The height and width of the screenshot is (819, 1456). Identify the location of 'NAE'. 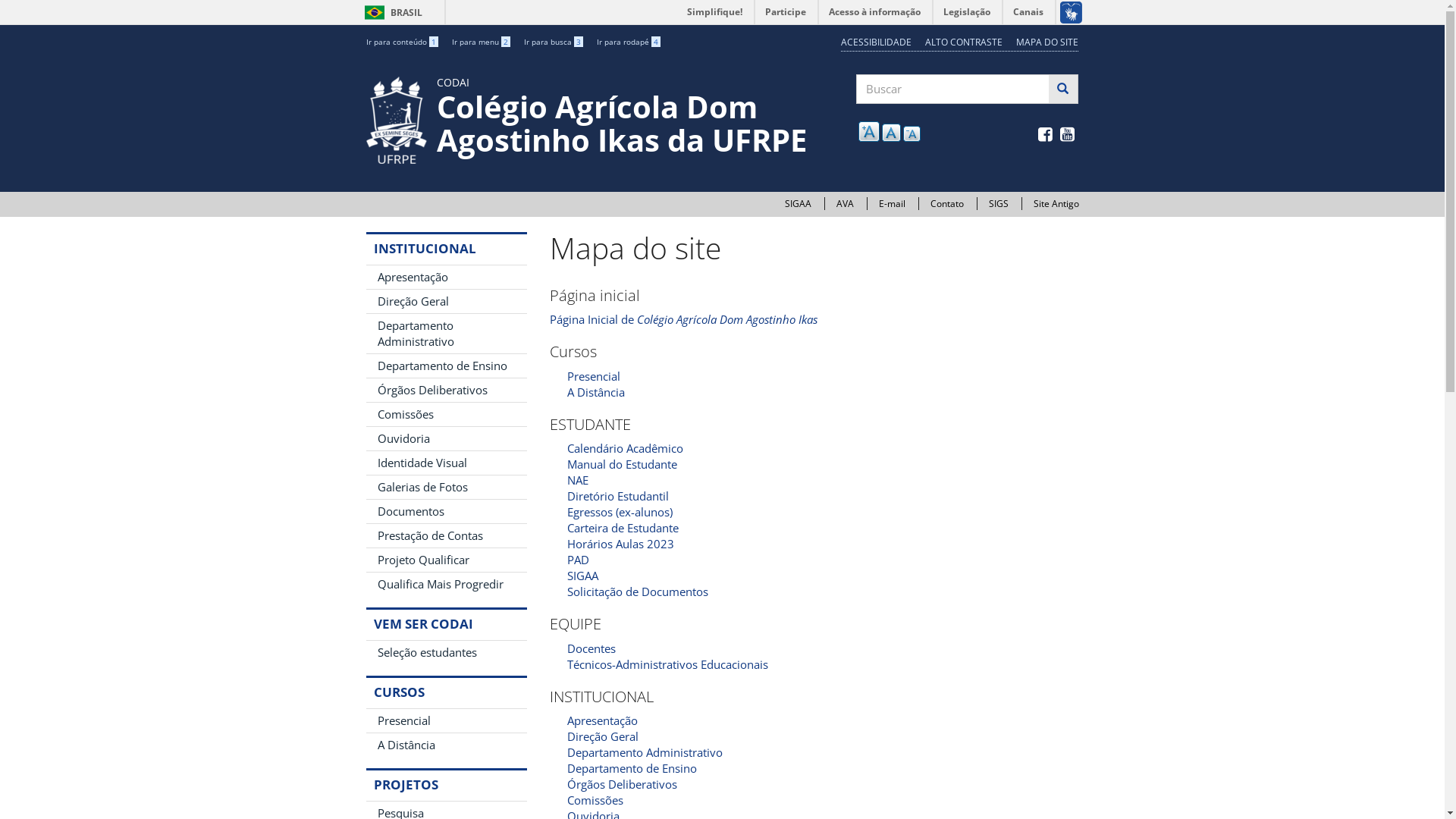
(577, 479).